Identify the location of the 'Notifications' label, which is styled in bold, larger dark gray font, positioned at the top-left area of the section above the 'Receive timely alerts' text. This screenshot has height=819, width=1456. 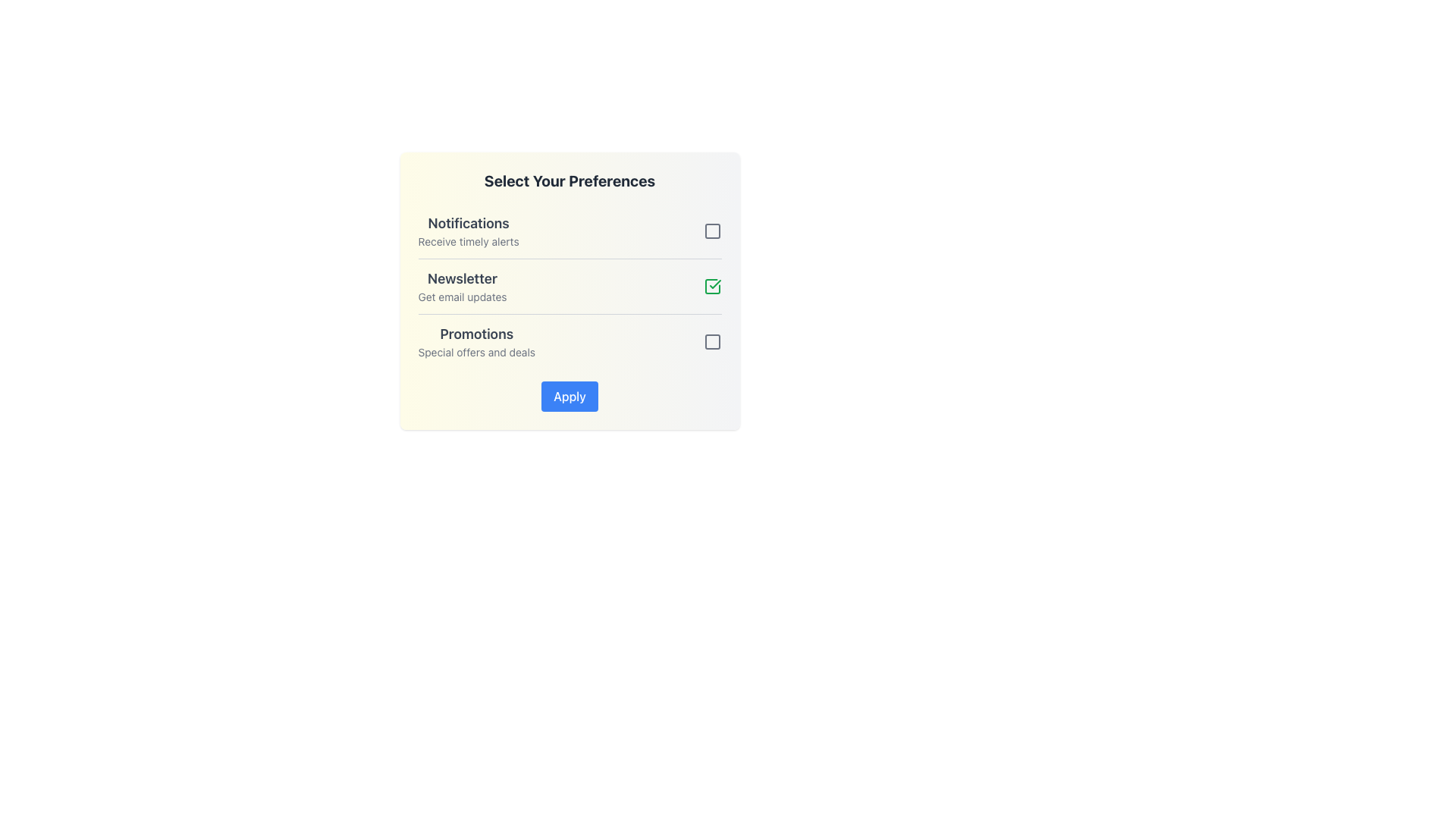
(468, 223).